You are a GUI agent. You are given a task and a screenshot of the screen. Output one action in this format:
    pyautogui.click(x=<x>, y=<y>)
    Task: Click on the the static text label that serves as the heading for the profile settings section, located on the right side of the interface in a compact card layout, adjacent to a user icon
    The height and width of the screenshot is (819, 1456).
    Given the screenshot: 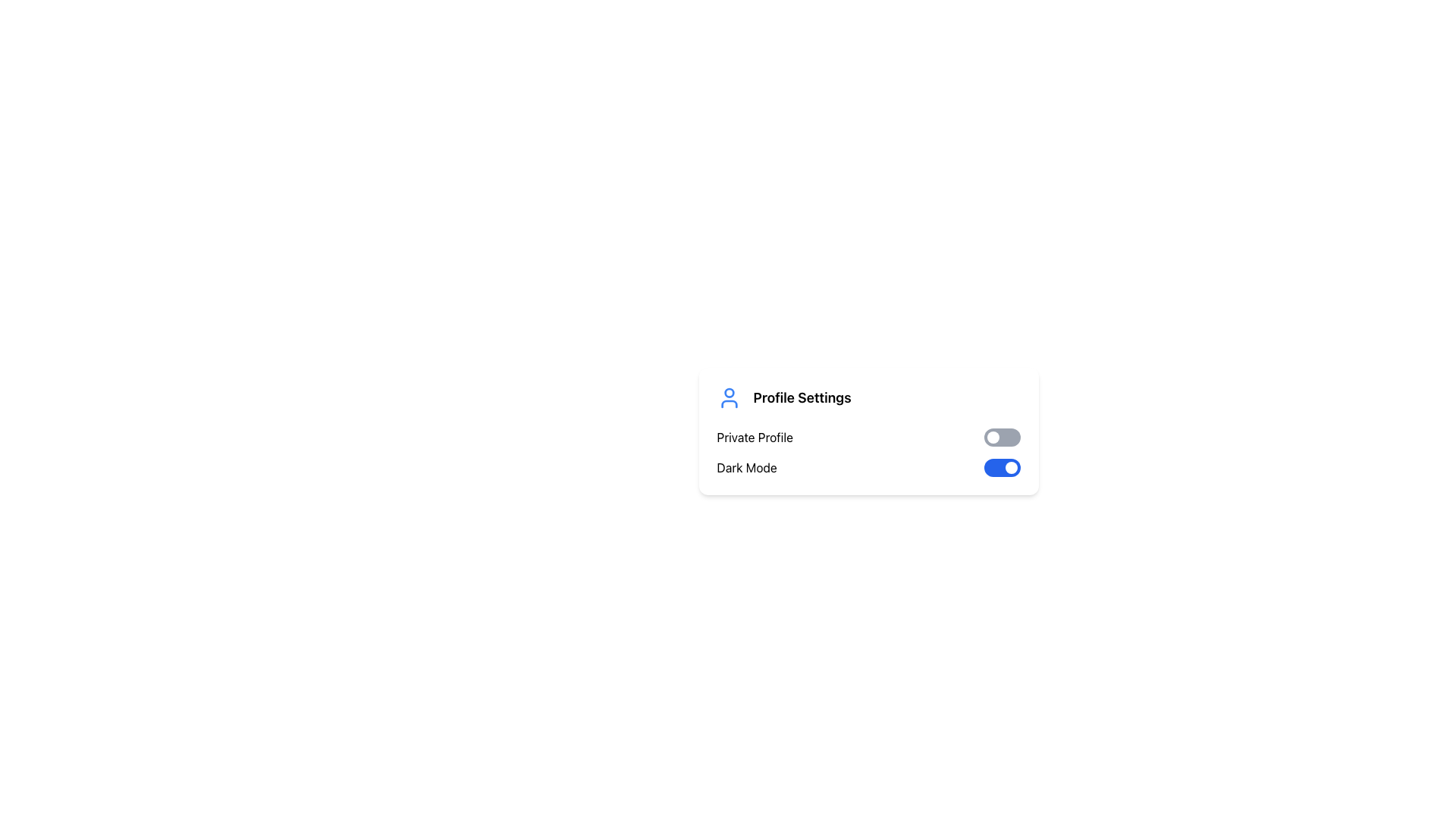 What is the action you would take?
    pyautogui.click(x=802, y=397)
    